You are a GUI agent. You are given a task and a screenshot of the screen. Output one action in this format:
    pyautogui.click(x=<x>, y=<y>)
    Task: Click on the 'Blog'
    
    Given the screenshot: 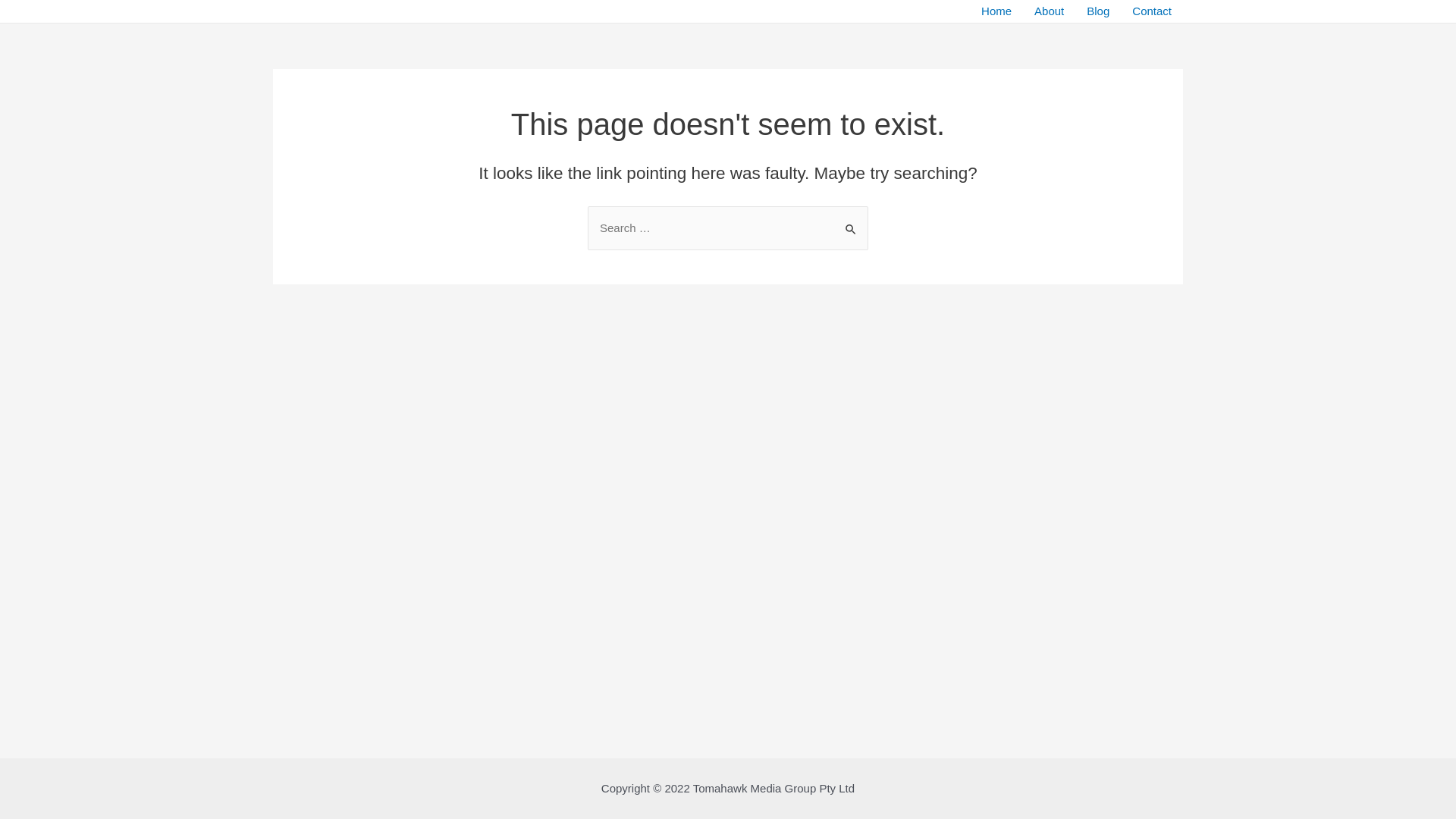 What is the action you would take?
    pyautogui.click(x=1098, y=11)
    